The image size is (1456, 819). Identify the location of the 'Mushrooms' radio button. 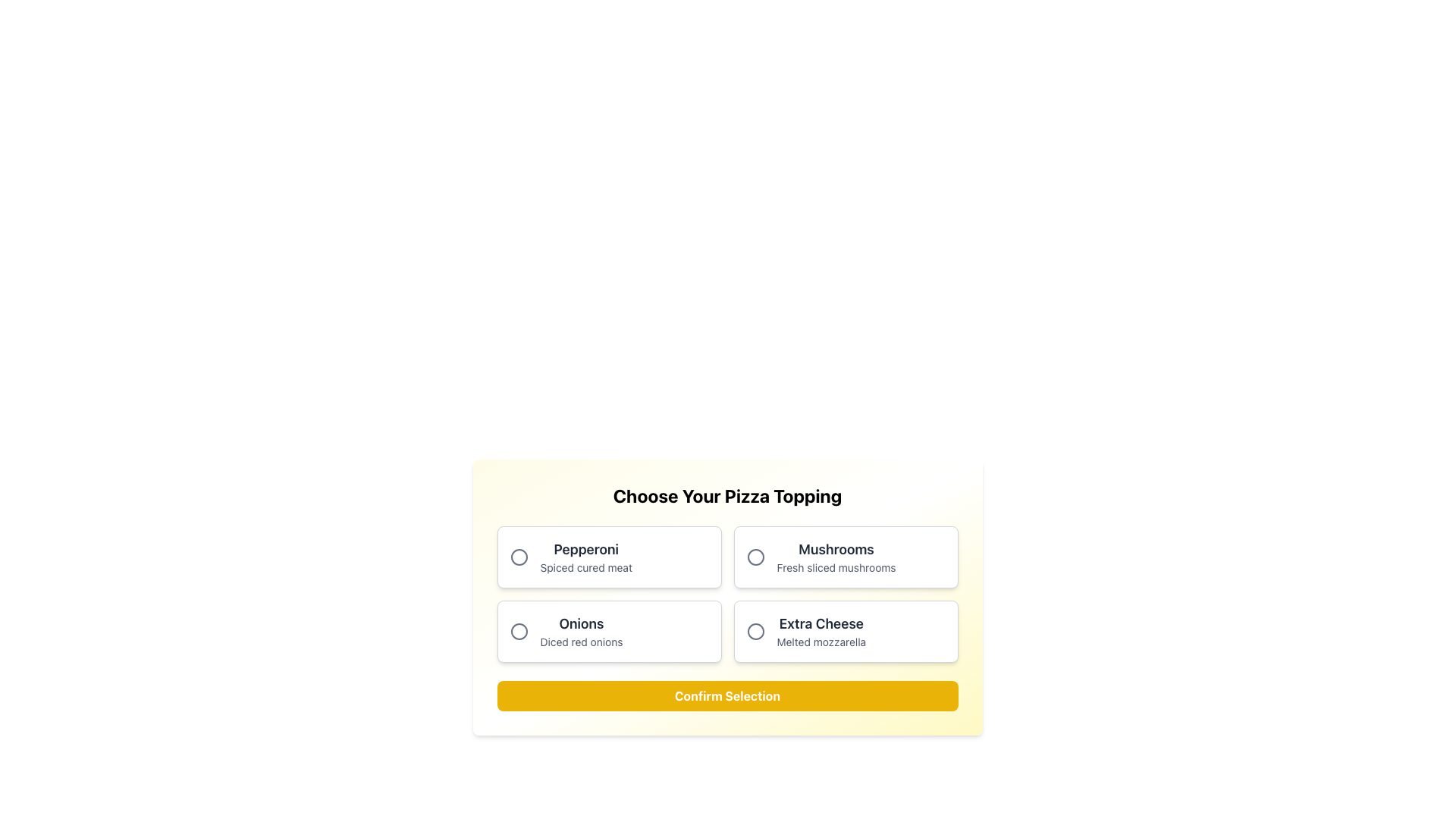
(755, 557).